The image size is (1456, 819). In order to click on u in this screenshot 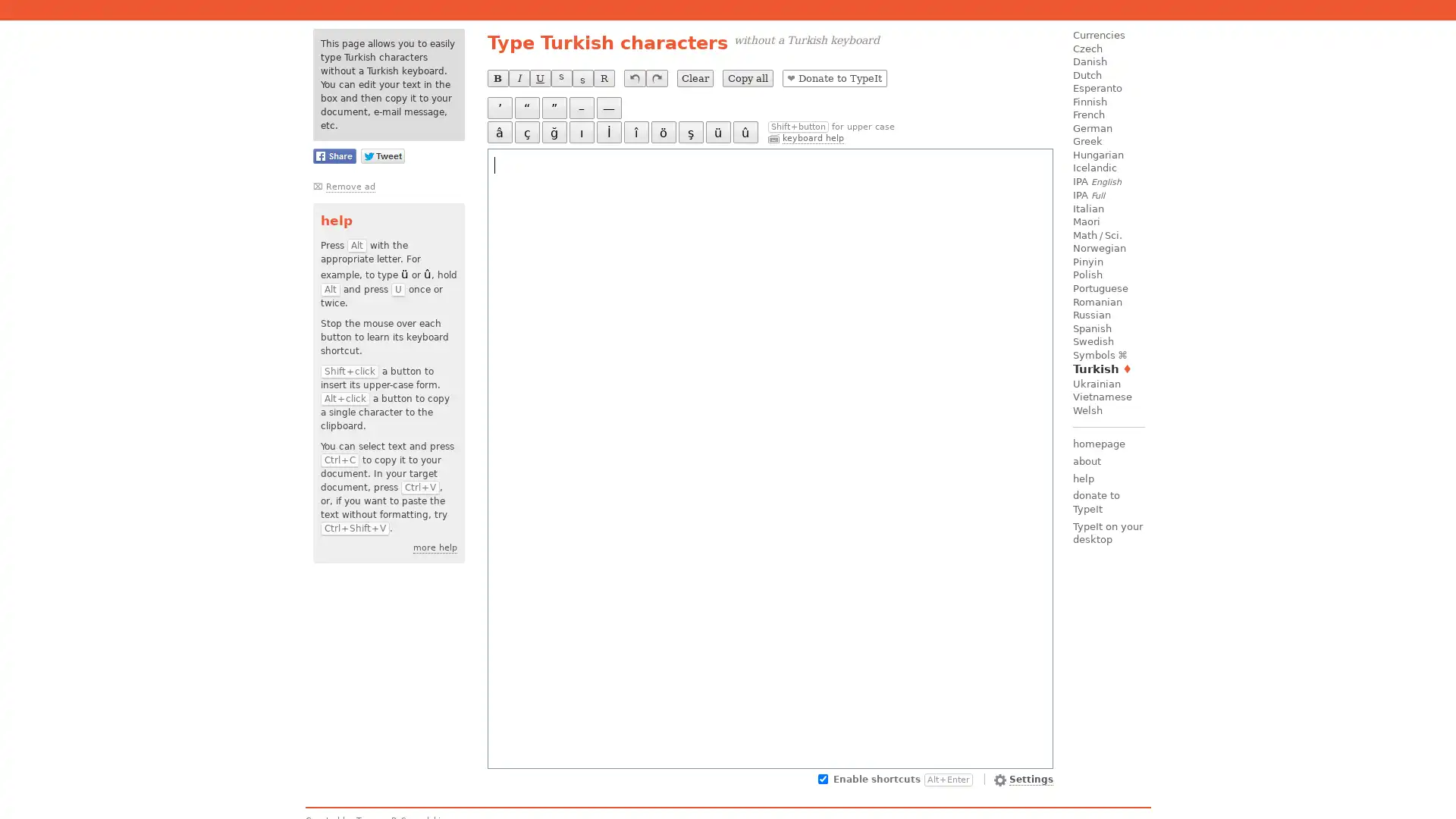, I will do `click(745, 131)`.